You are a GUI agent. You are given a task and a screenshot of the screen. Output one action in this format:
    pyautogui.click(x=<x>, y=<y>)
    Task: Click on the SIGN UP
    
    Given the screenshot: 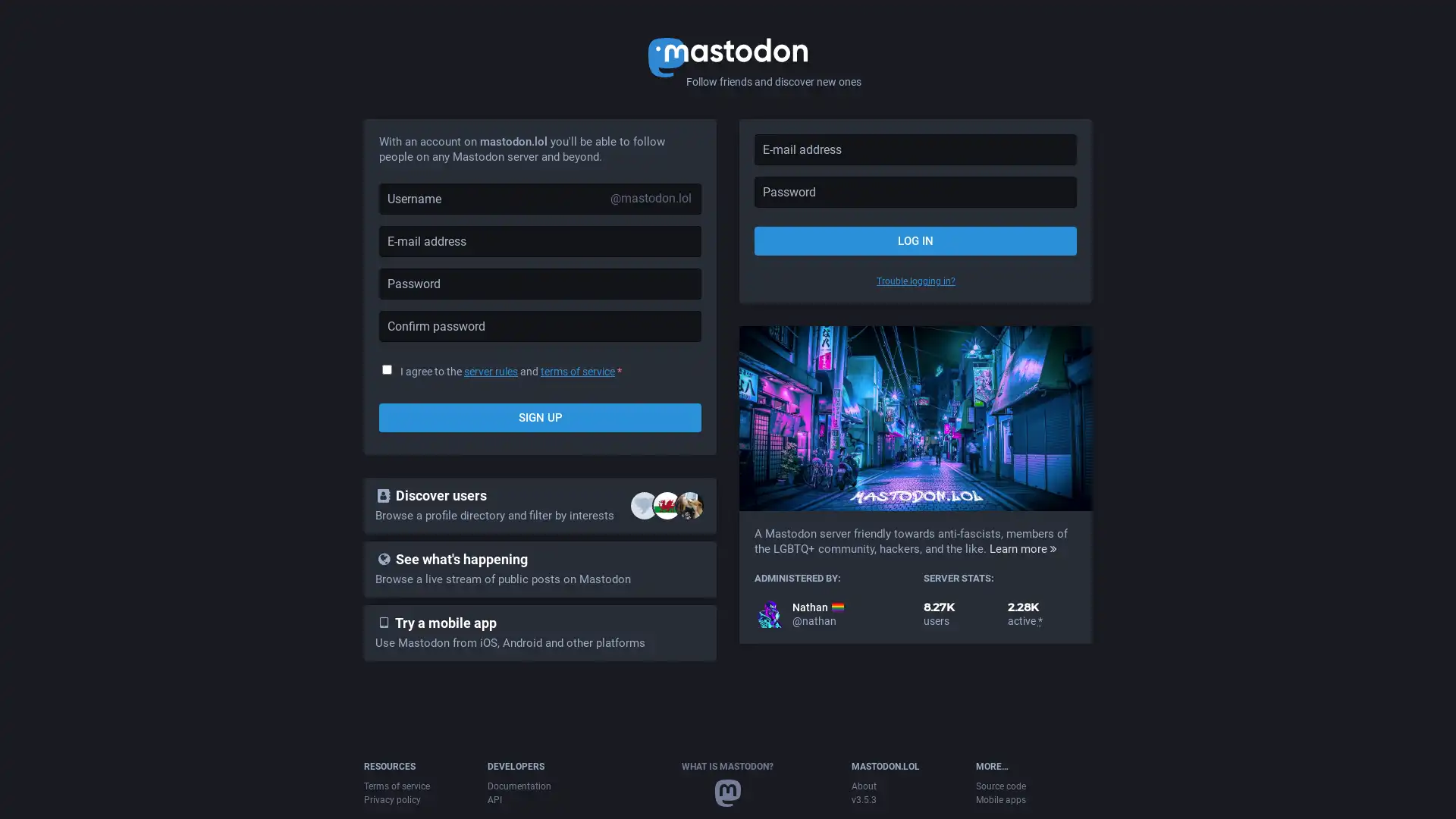 What is the action you would take?
    pyautogui.click(x=540, y=418)
    